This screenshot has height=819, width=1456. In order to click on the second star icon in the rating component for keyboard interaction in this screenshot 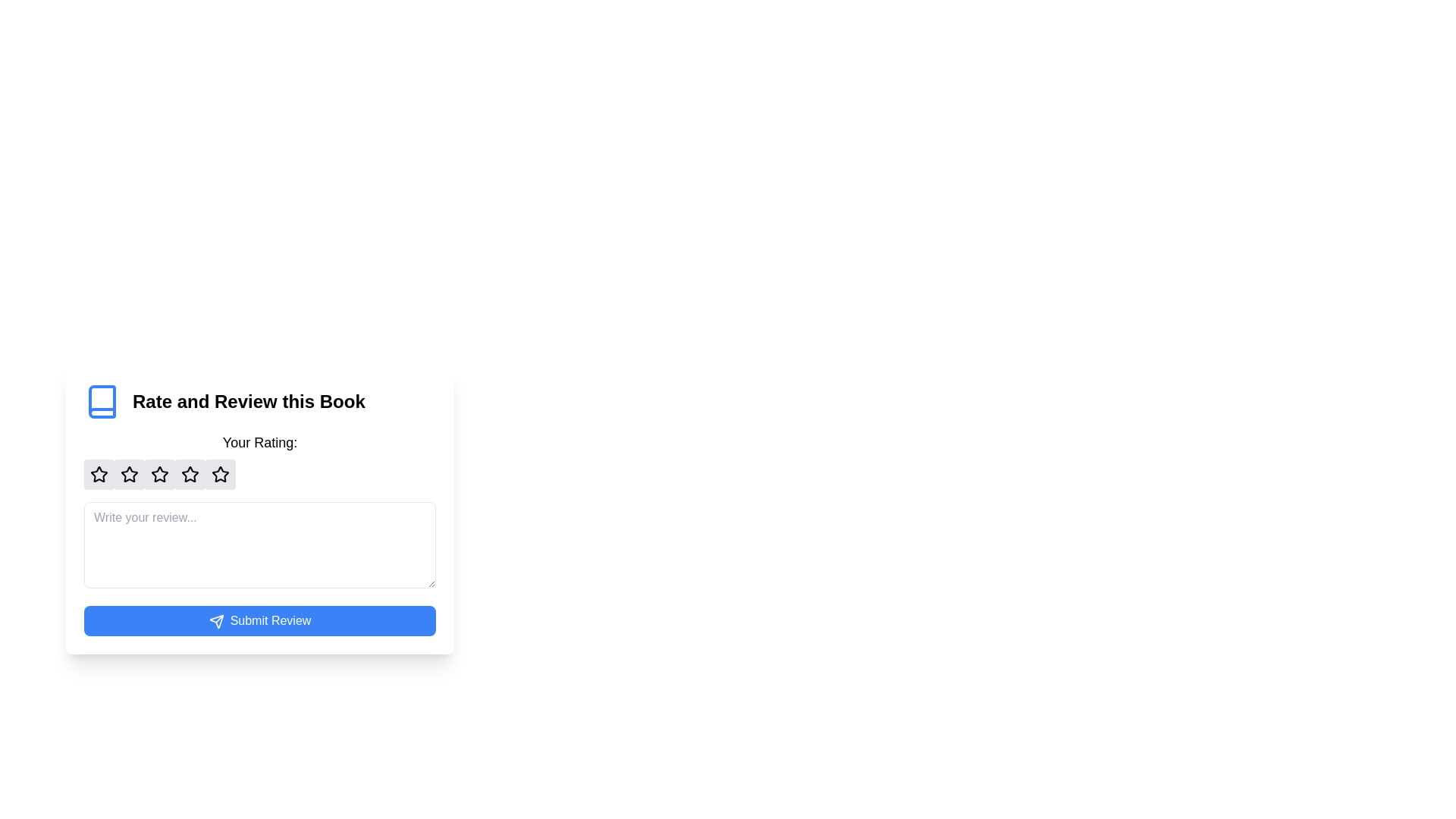, I will do `click(189, 473)`.